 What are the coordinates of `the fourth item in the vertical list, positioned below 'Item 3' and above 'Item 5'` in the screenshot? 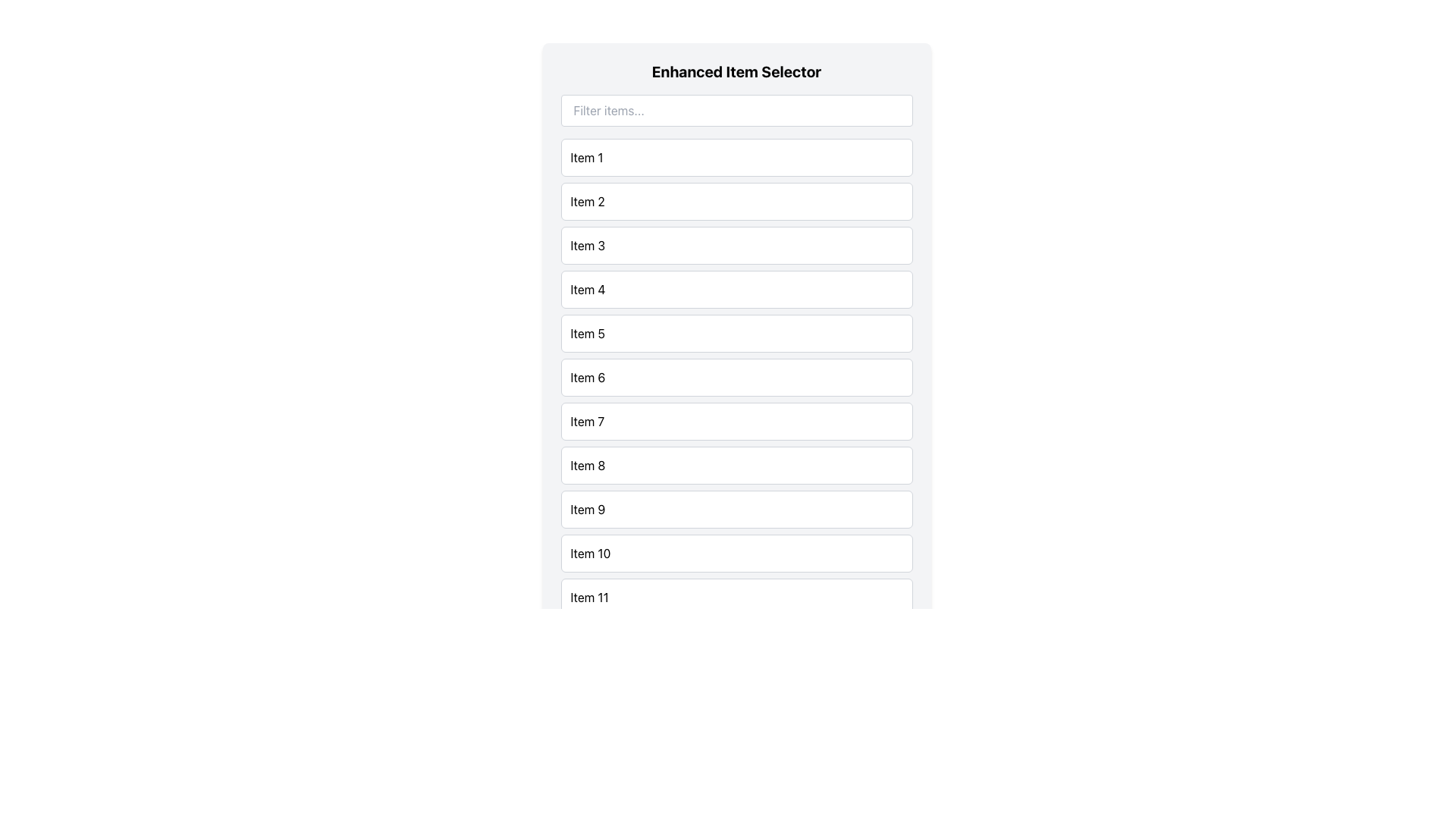 It's located at (736, 289).